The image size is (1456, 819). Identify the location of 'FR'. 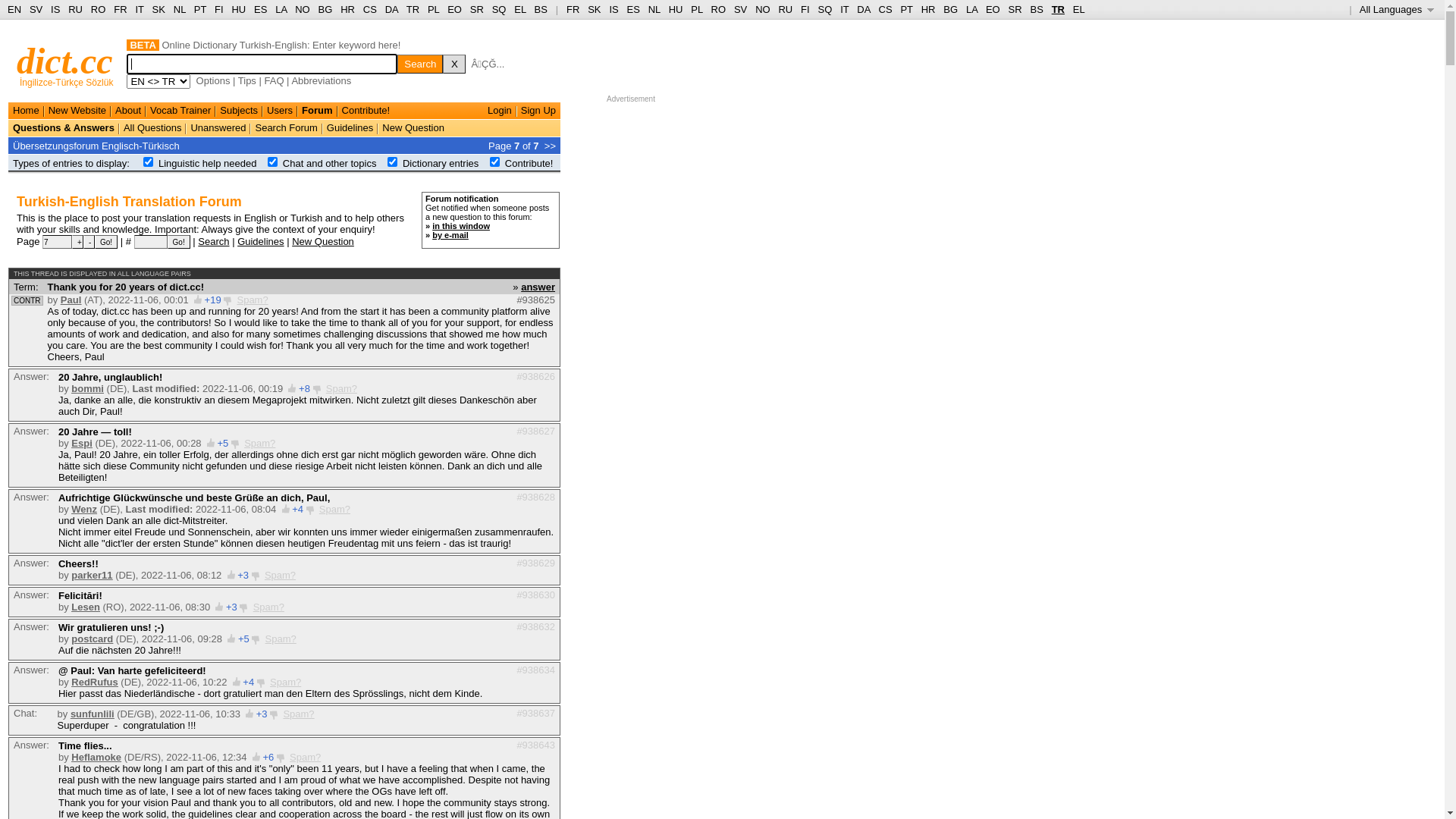
(119, 9).